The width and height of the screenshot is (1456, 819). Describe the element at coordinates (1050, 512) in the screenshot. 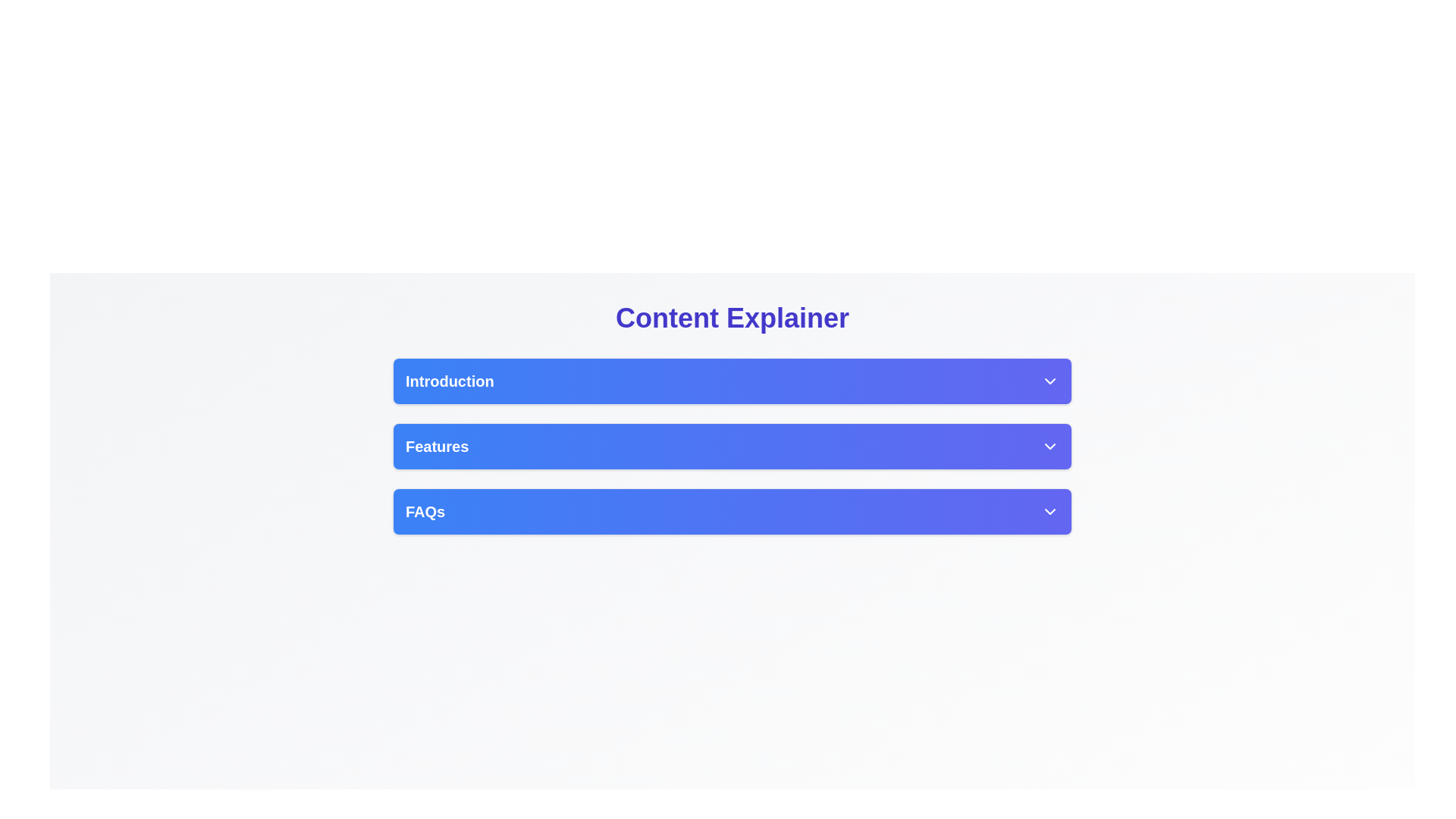

I see `the chevron icon located at the far-right end of the 'FAQs' button` at that location.